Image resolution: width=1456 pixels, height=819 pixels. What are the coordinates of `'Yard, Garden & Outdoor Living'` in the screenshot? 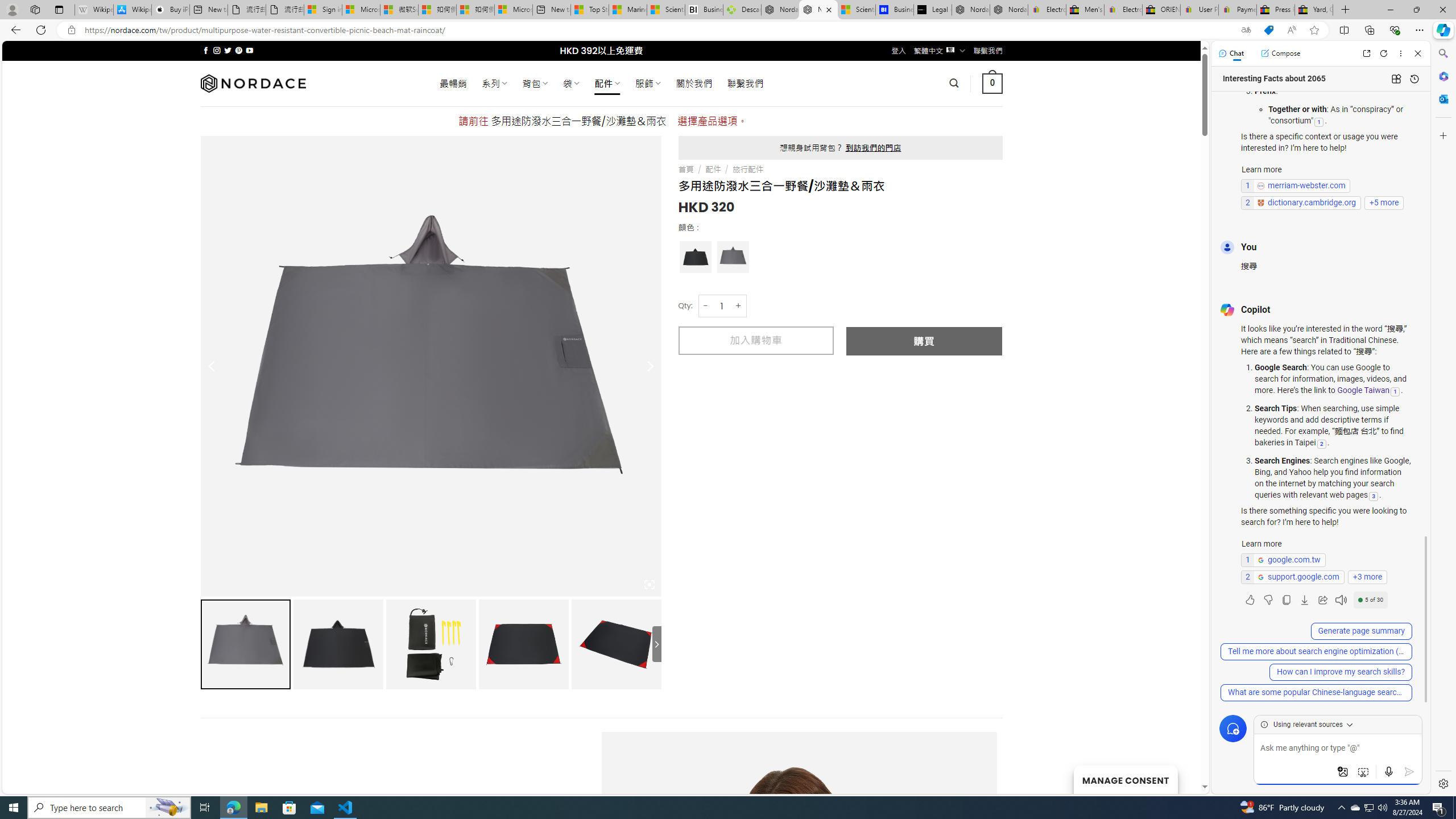 It's located at (1314, 9).